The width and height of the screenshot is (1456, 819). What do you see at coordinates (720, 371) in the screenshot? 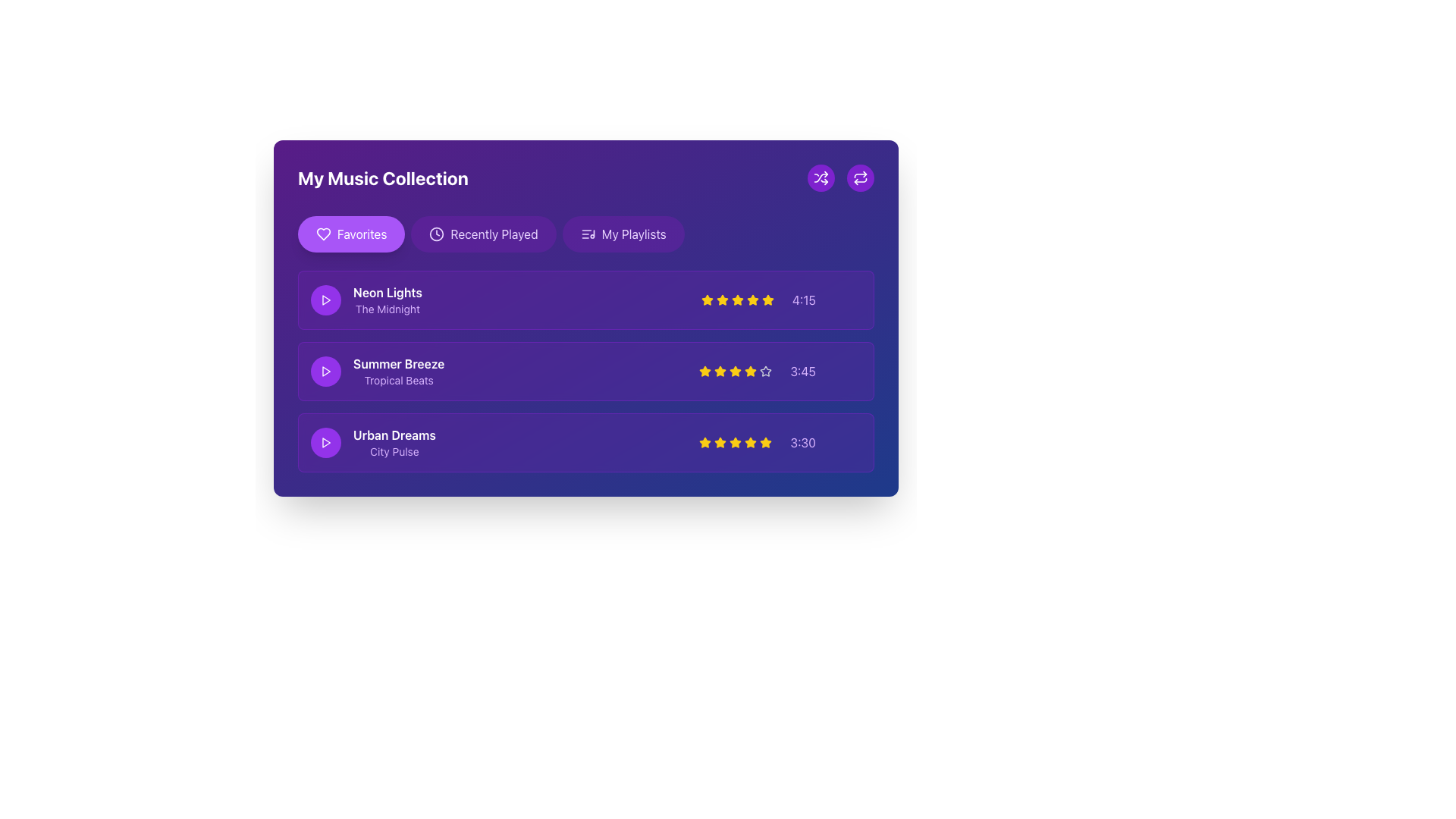
I see `the third rating star icon for the second song 'Summer Breeze' by 'Tropical Beats', which represents a rating value in the range of 1-5` at bounding box center [720, 371].